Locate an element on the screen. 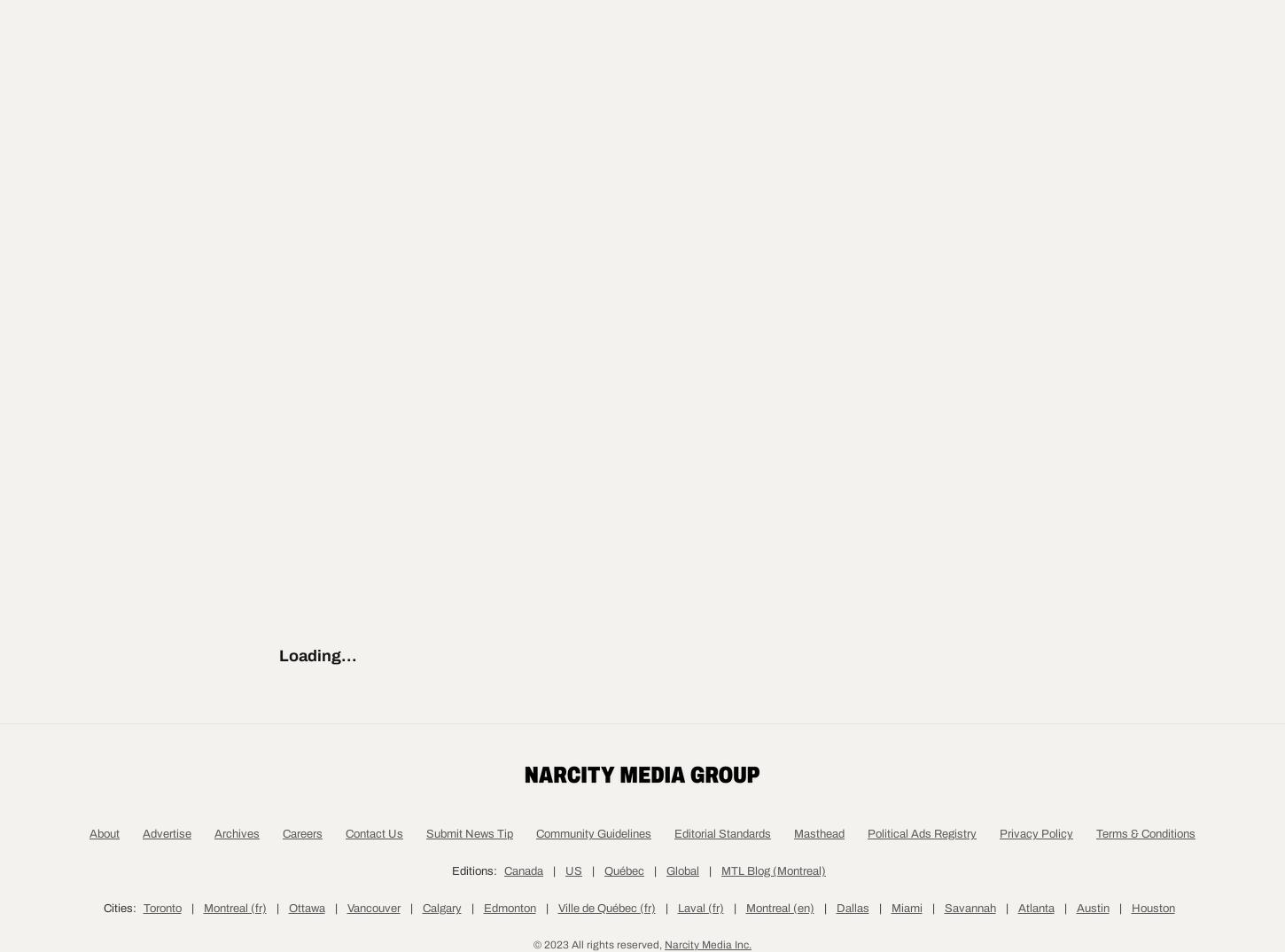  'Taylor Russell at the 2023 Film Independent Spirit Awards. Right: Harry Styles performing at the Rockefeller Plaza in May 2022.' is located at coordinates (314, 389).